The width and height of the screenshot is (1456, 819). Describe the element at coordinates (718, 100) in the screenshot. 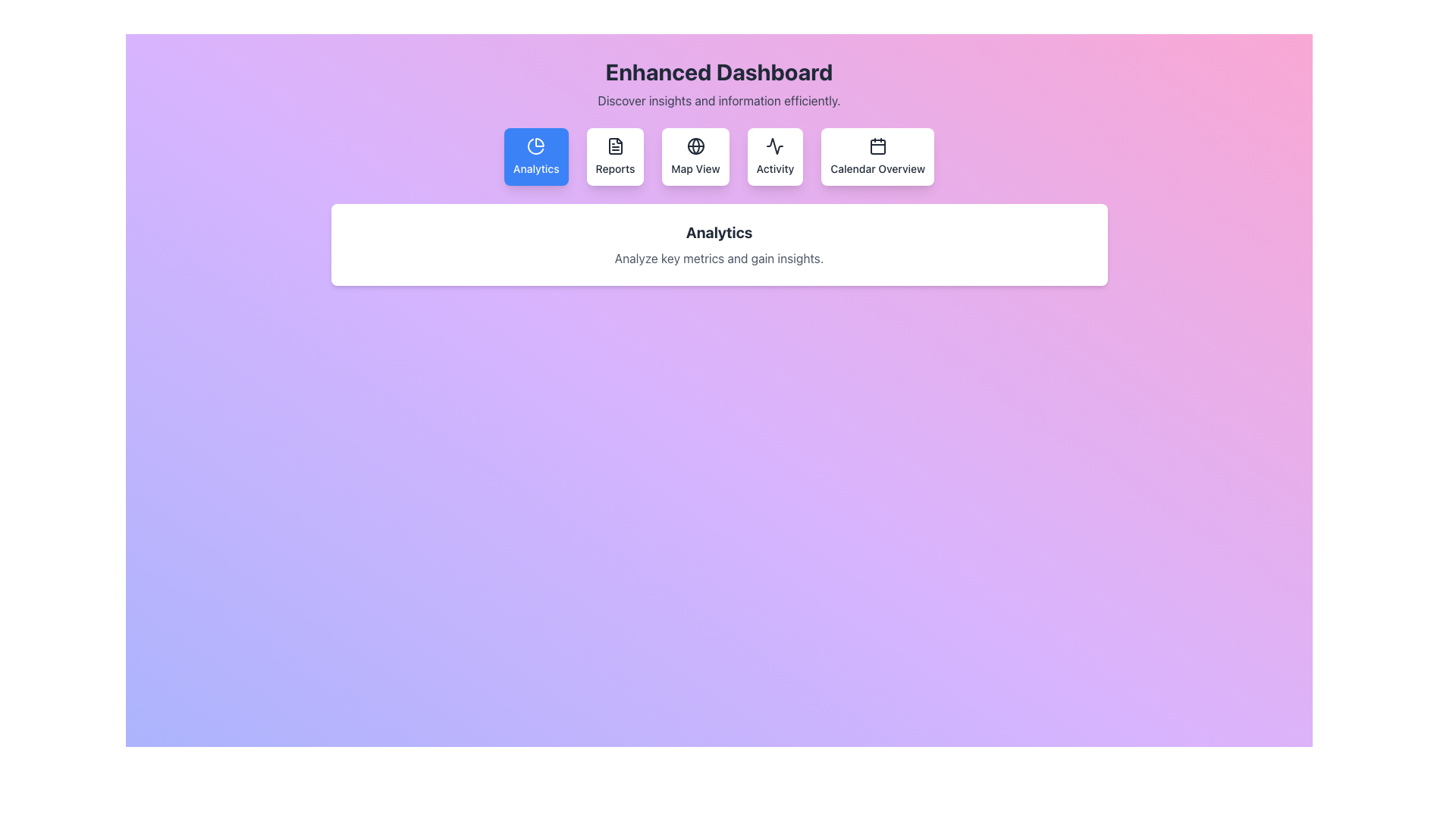

I see `the text snippet reading 'Discover insights and information efficiently.' which is directly below the 'Enhanced Dashboard' title` at that location.